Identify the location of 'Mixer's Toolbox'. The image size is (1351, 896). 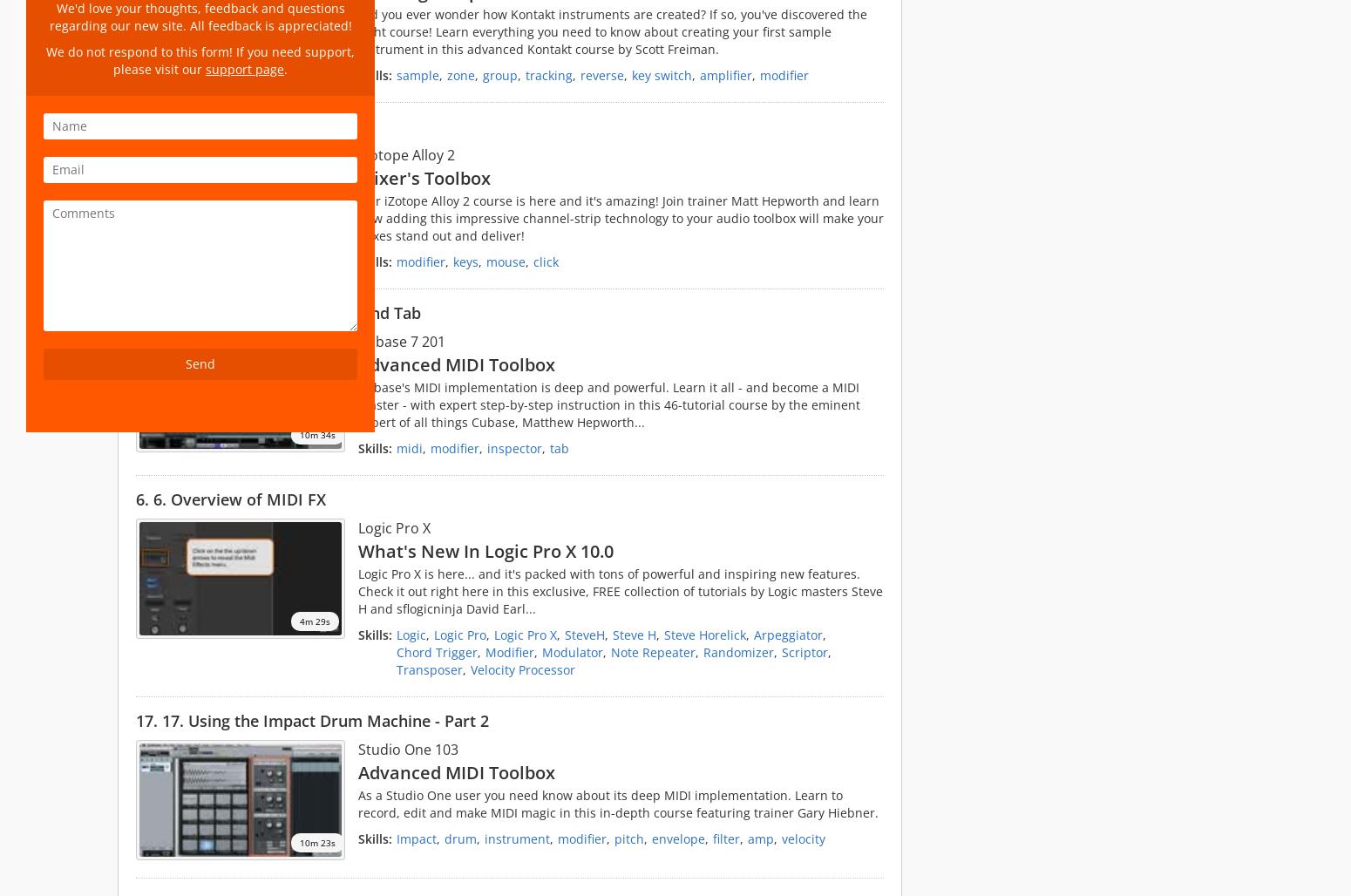
(358, 177).